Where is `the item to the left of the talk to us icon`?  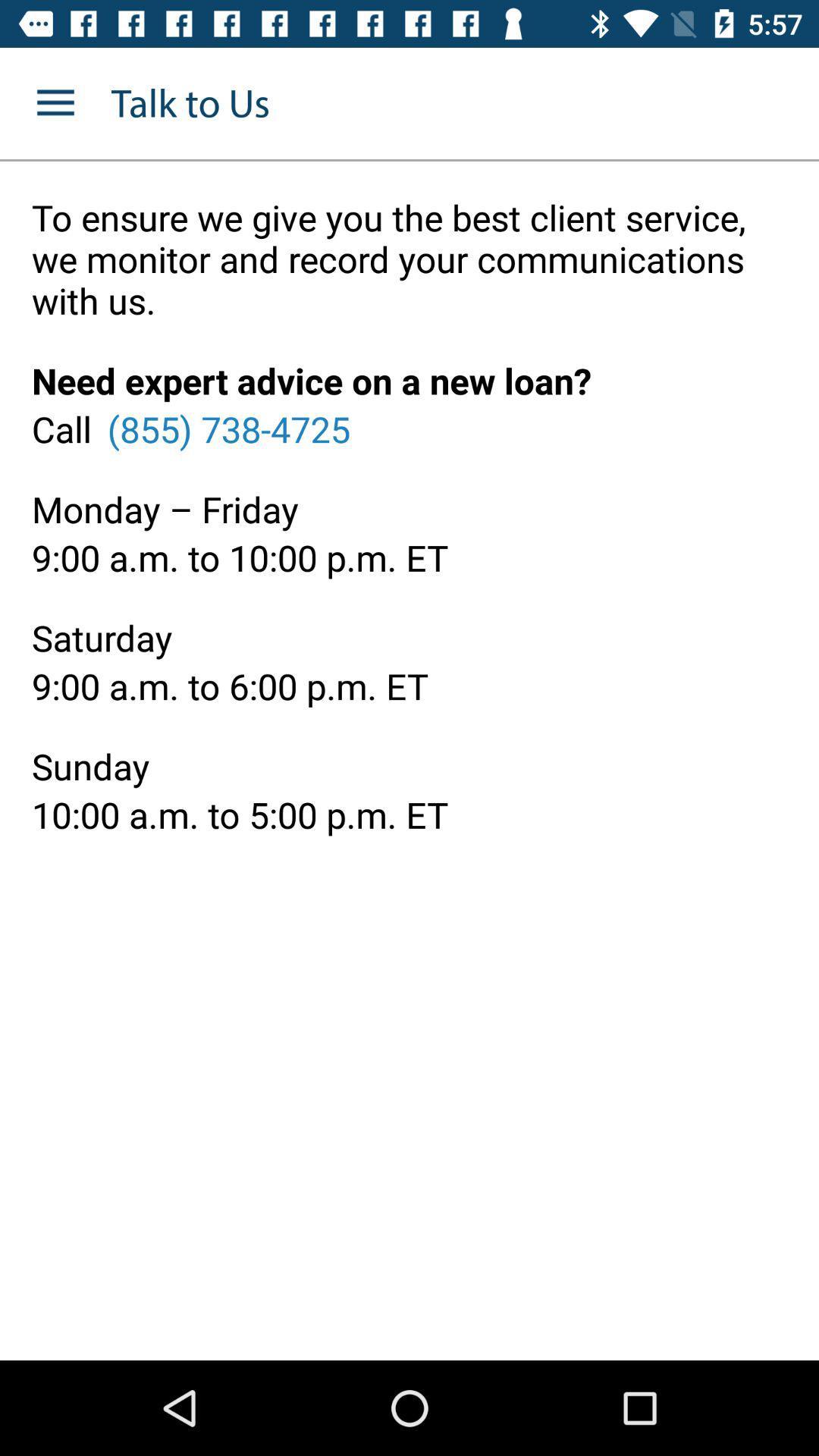
the item to the left of the talk to us icon is located at coordinates (55, 102).